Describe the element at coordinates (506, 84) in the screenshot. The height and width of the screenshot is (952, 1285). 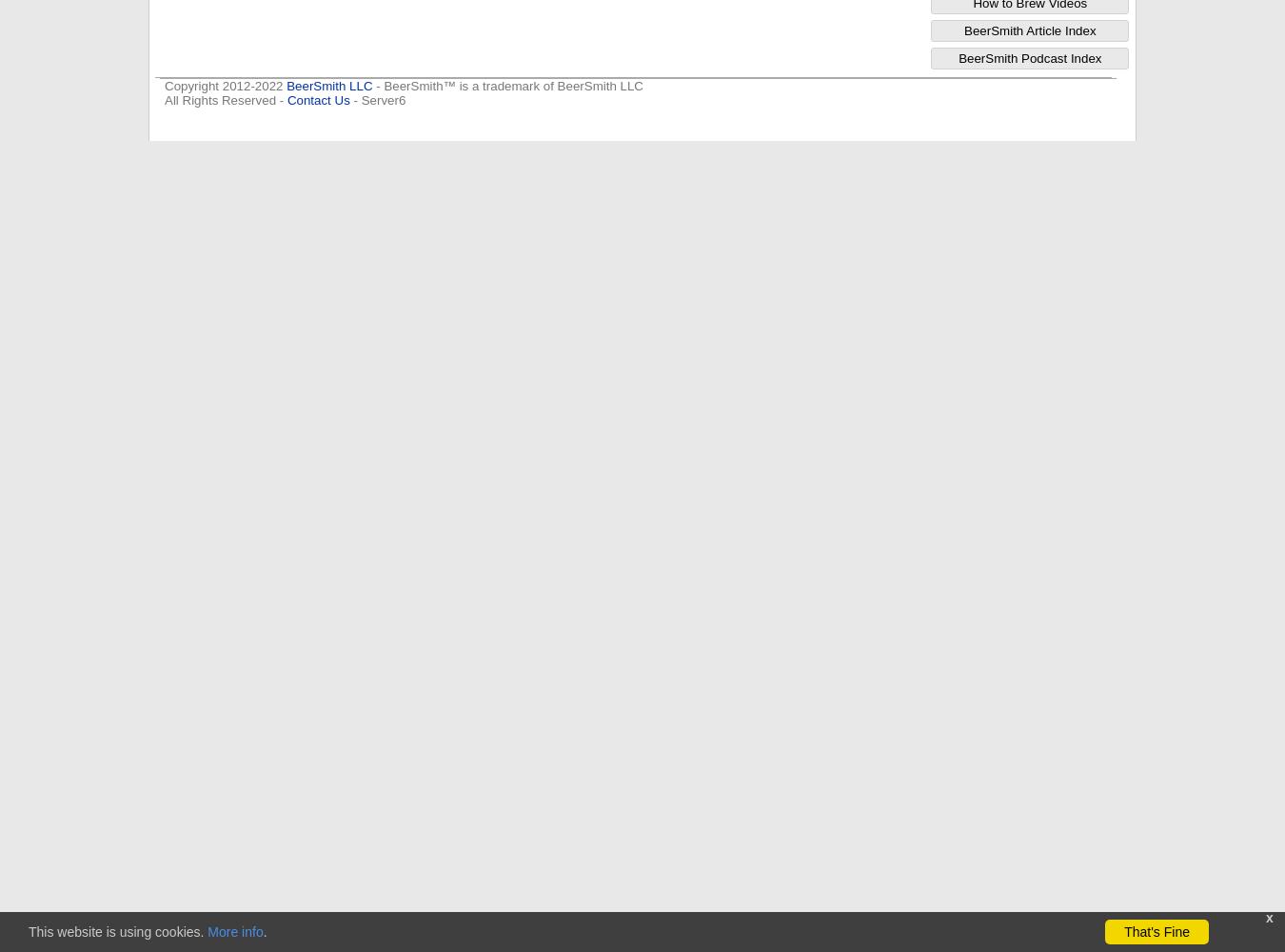
I see `'- BeerSmith™ is a trademark of BeerSmith LLC'` at that location.